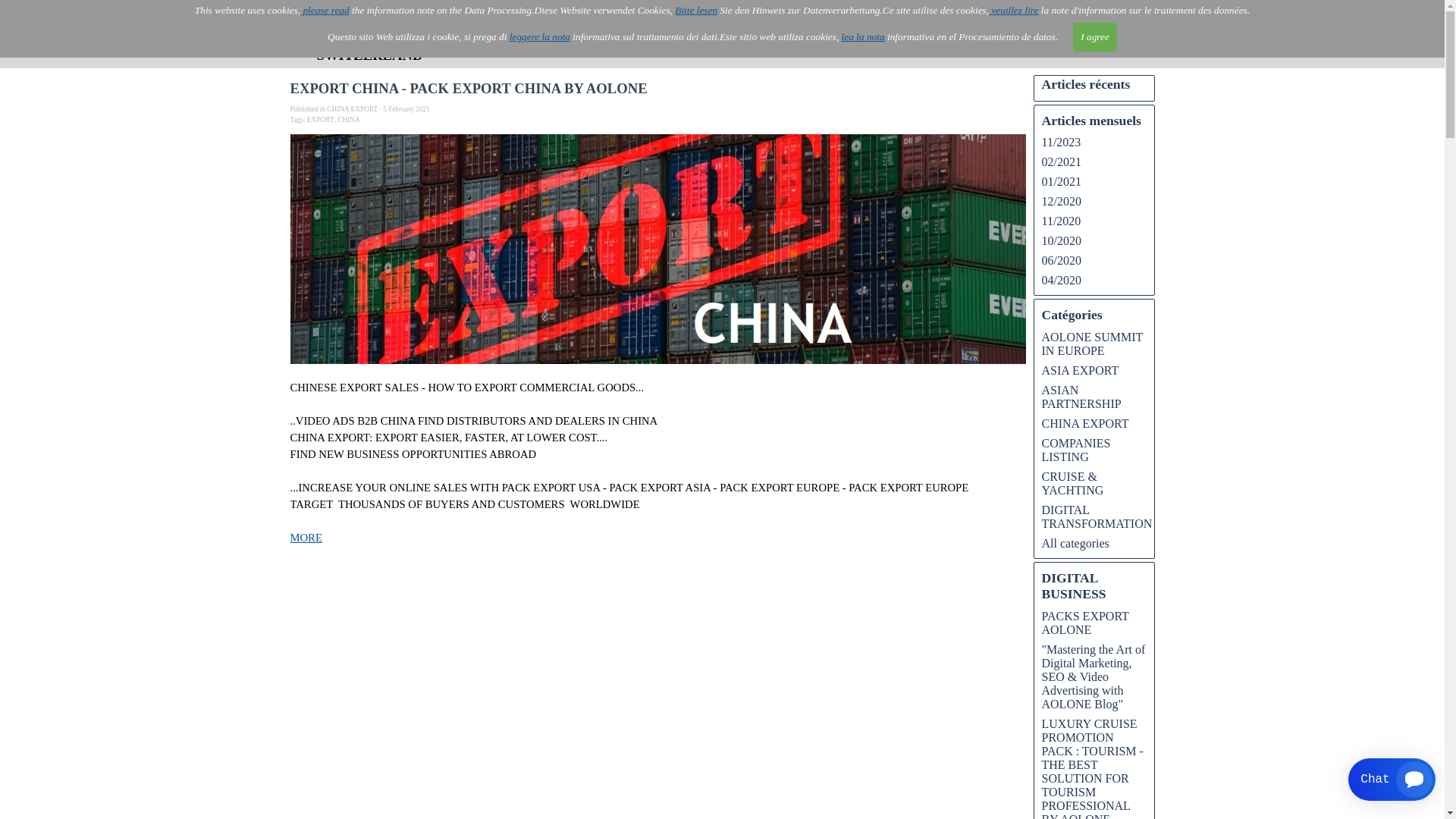 The image size is (1456, 819). What do you see at coordinates (1075, 449) in the screenshot?
I see `'COMPANIES LISTING'` at bounding box center [1075, 449].